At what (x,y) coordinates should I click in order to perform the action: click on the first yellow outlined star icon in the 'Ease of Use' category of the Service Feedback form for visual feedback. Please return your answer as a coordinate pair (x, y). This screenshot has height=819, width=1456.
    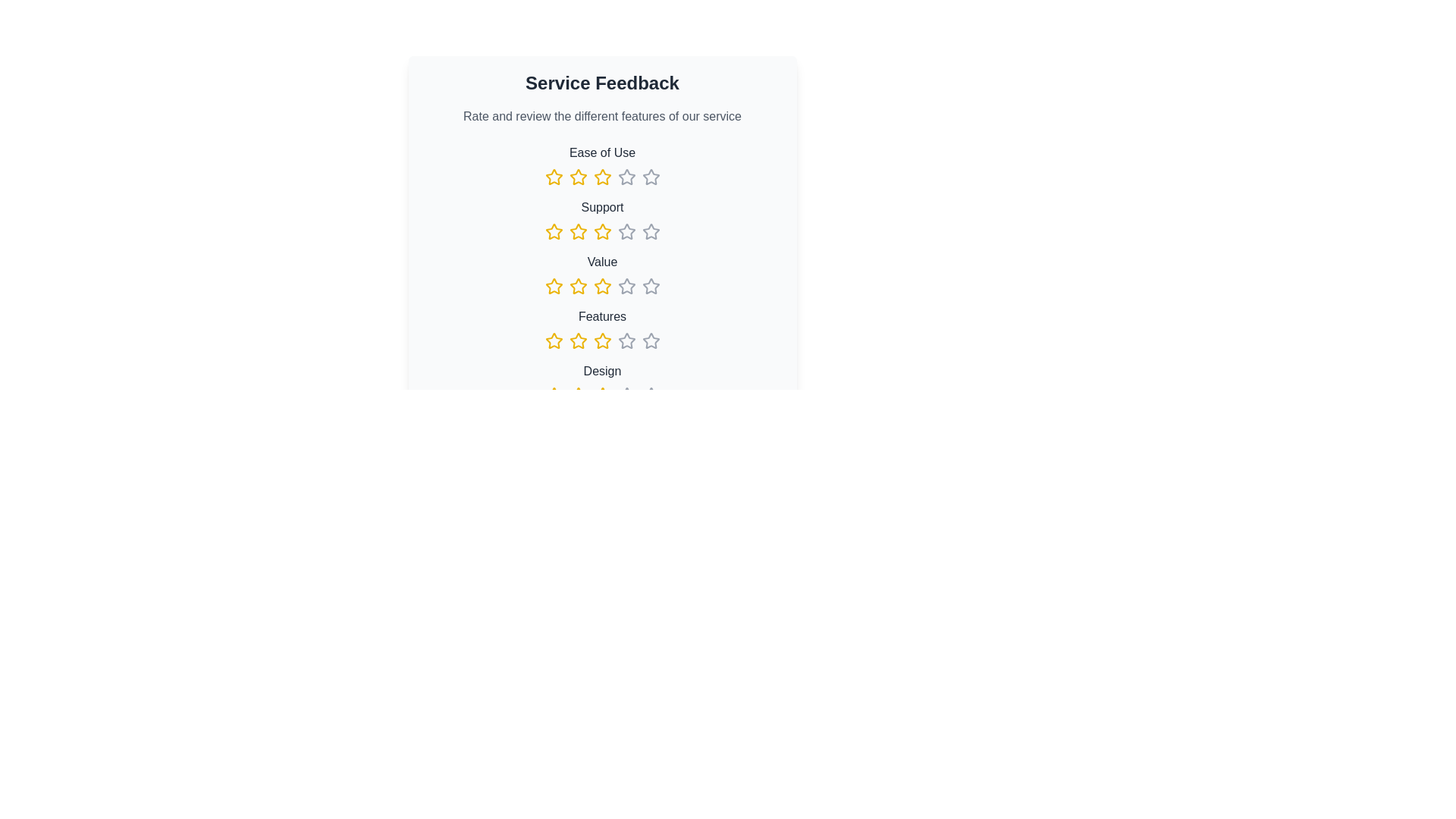
    Looking at the image, I should click on (553, 176).